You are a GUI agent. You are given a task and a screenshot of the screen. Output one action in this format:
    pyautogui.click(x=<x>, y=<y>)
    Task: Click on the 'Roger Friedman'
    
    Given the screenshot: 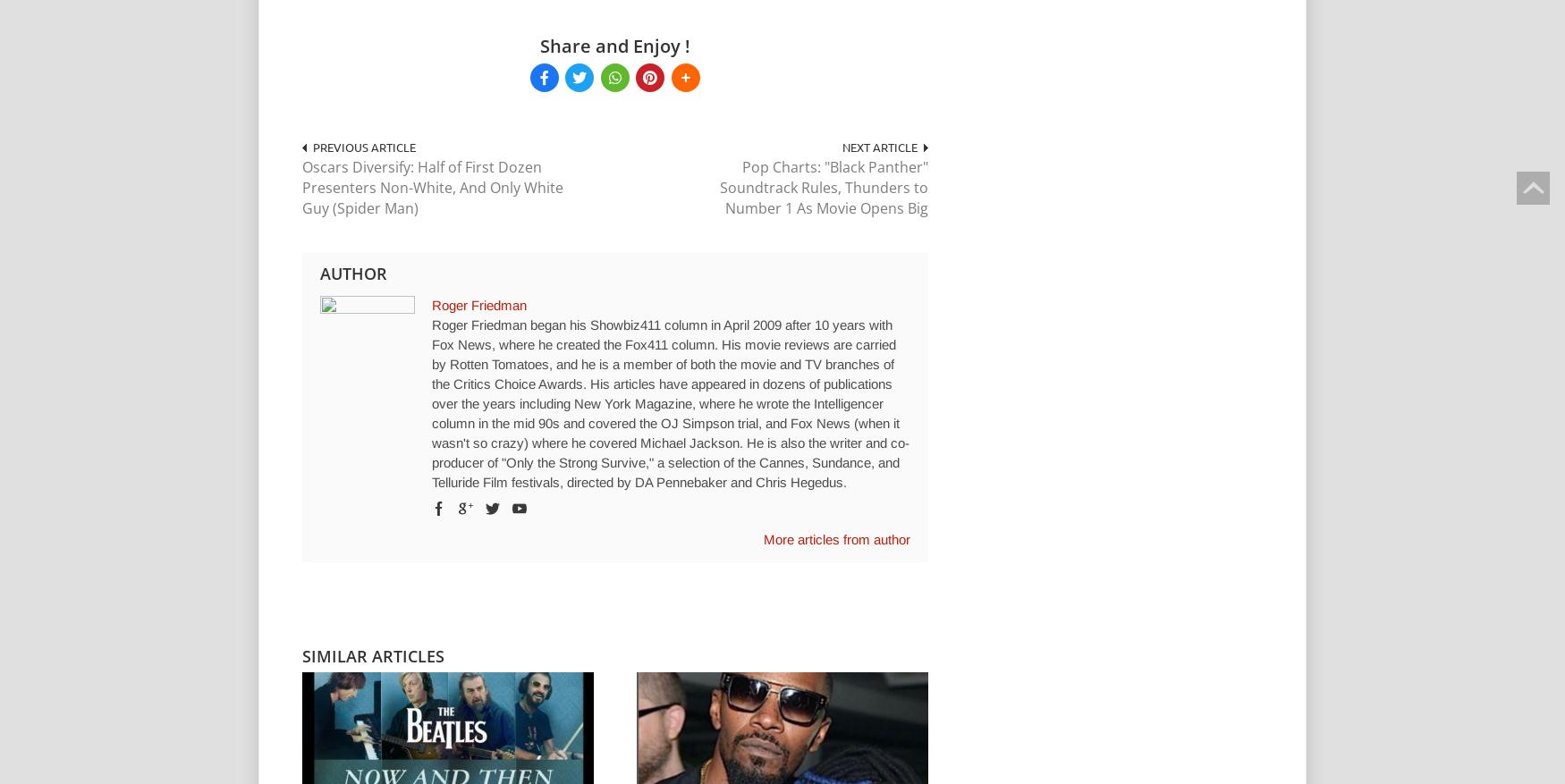 What is the action you would take?
    pyautogui.click(x=432, y=303)
    